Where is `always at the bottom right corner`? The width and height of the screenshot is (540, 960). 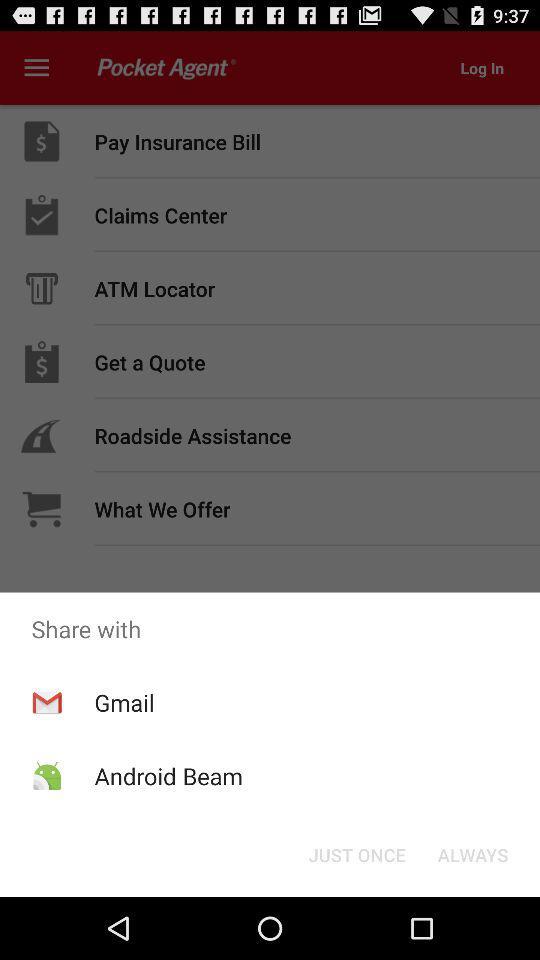
always at the bottom right corner is located at coordinates (472, 853).